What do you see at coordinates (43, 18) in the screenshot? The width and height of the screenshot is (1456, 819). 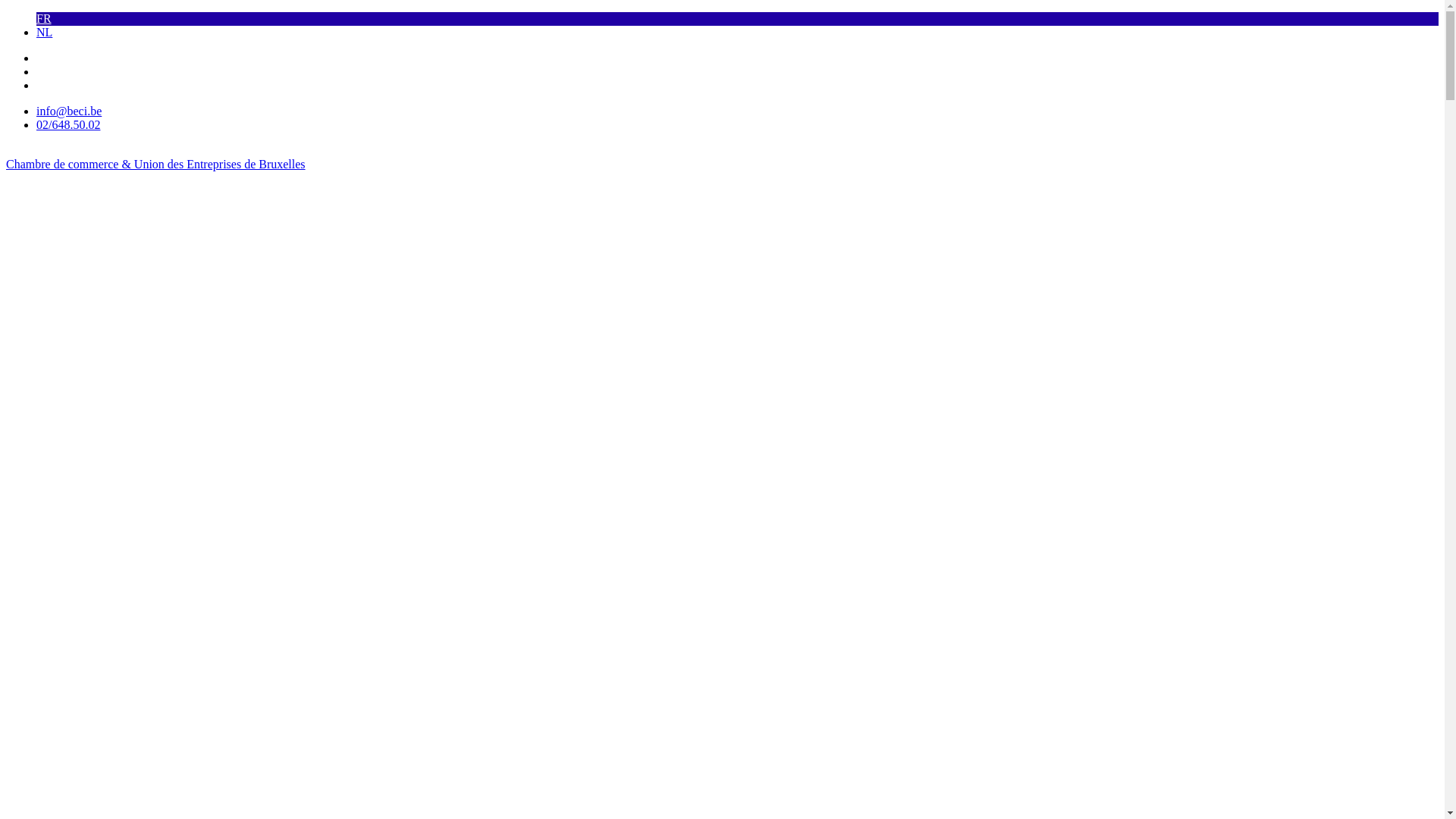 I see `'FR'` at bounding box center [43, 18].